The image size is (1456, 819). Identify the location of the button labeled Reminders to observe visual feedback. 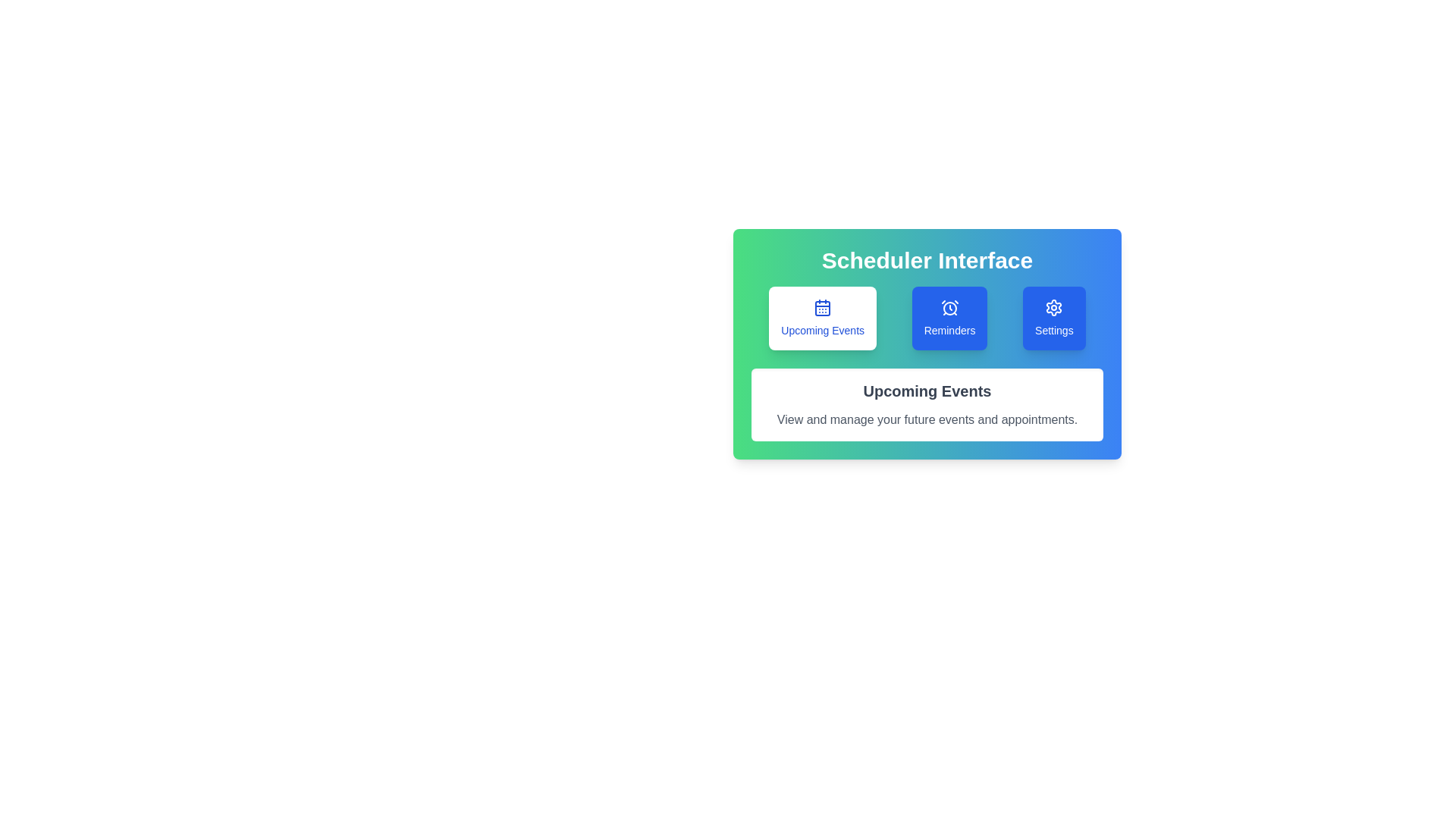
(949, 318).